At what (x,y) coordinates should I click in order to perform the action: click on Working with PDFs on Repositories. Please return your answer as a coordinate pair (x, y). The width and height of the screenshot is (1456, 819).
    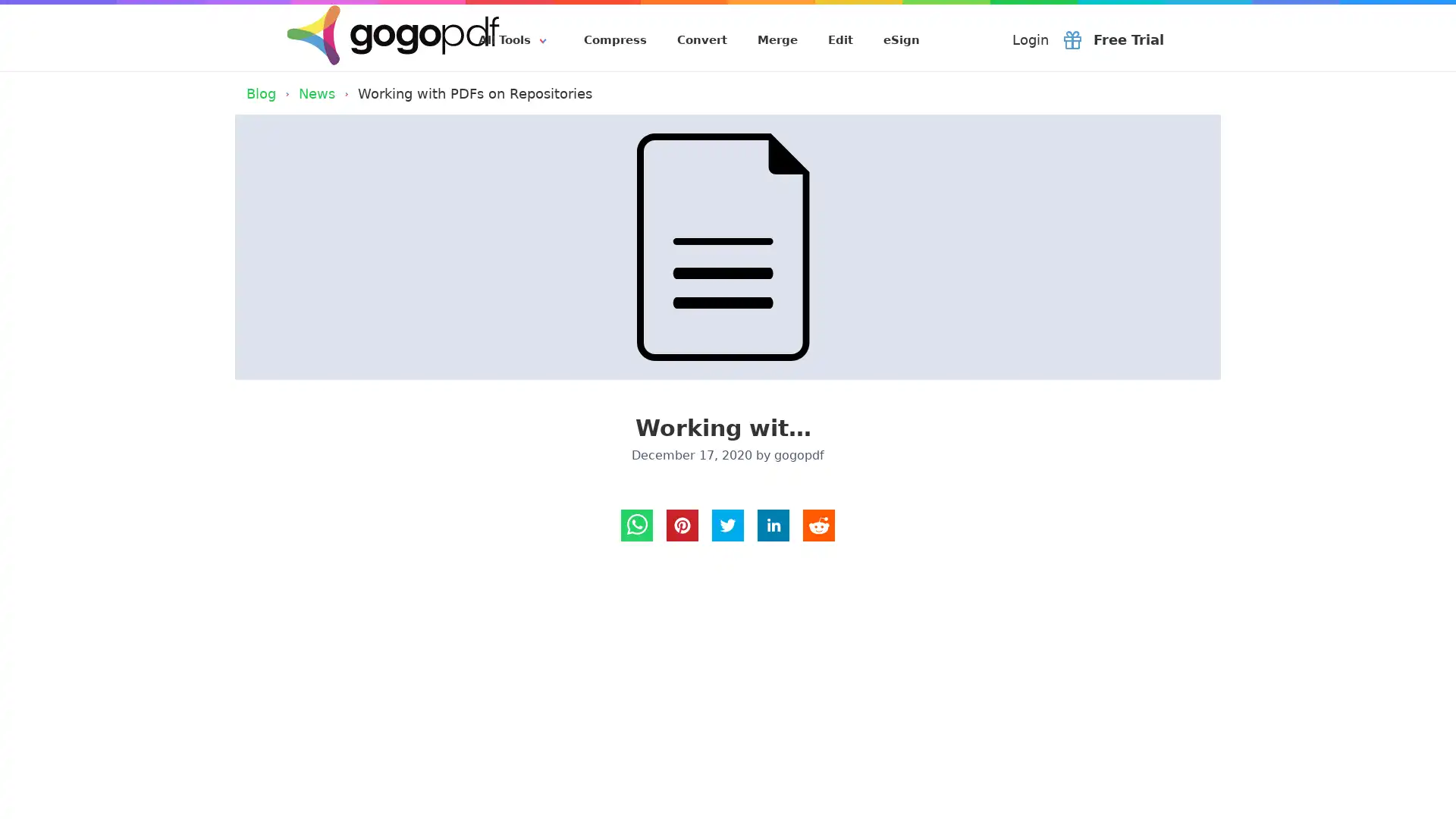
    Looking at the image, I should click on (728, 246).